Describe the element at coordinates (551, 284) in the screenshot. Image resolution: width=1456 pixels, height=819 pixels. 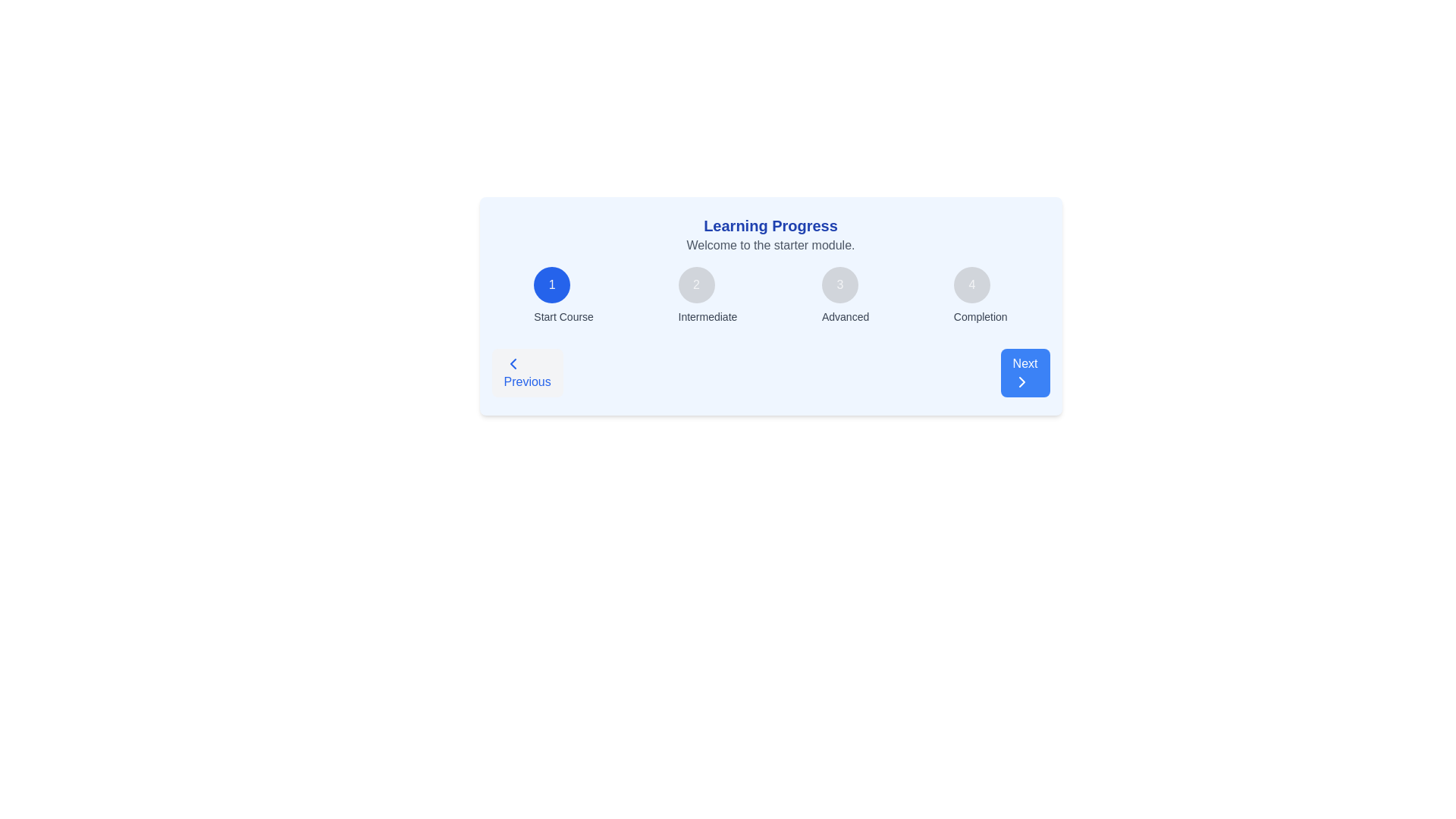
I see `the current step's circle to view its status` at that location.